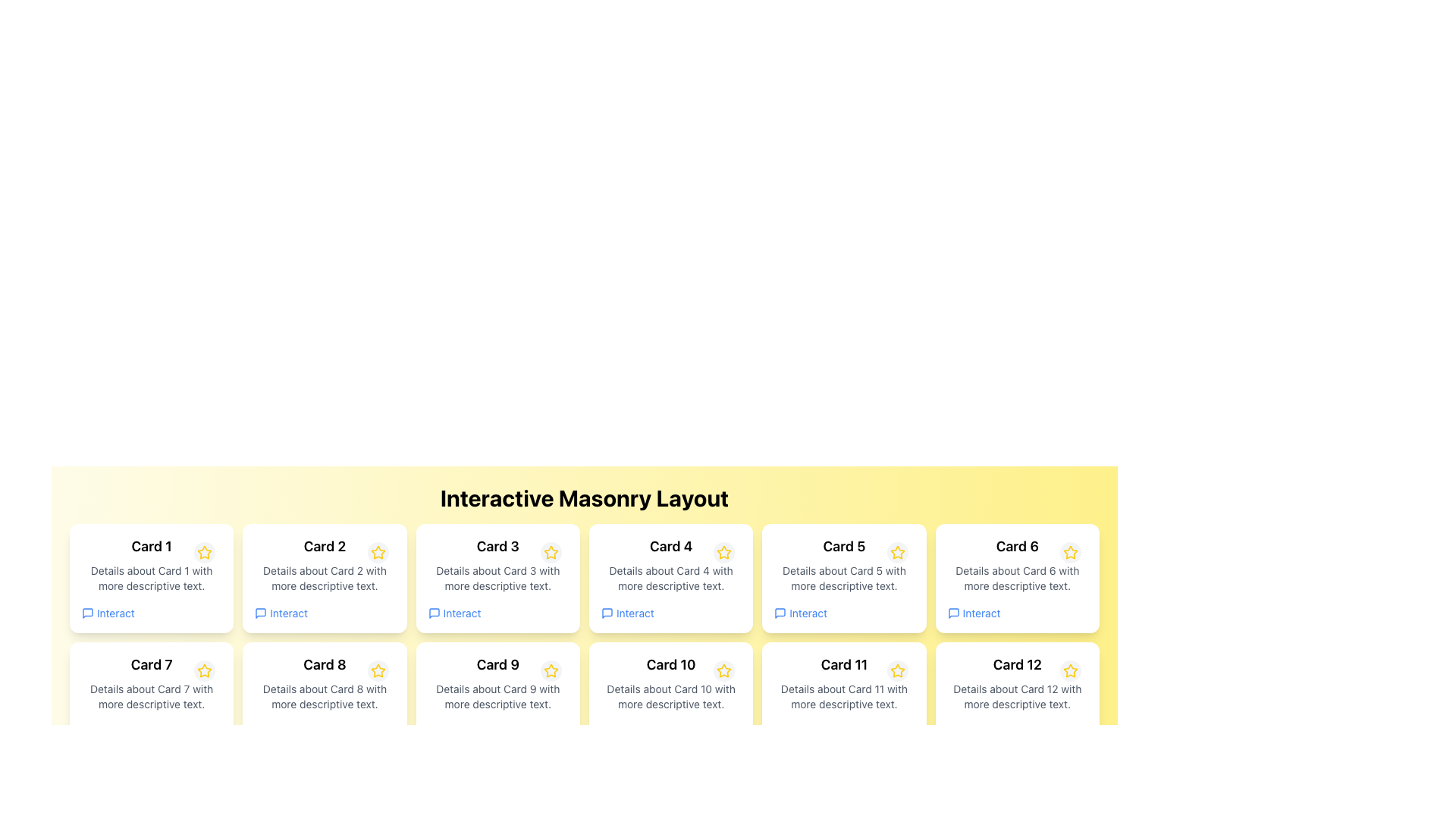 This screenshot has width=1456, height=819. I want to click on the title text element located at the top of 'Card 10', which identifies the card's content, so click(670, 664).